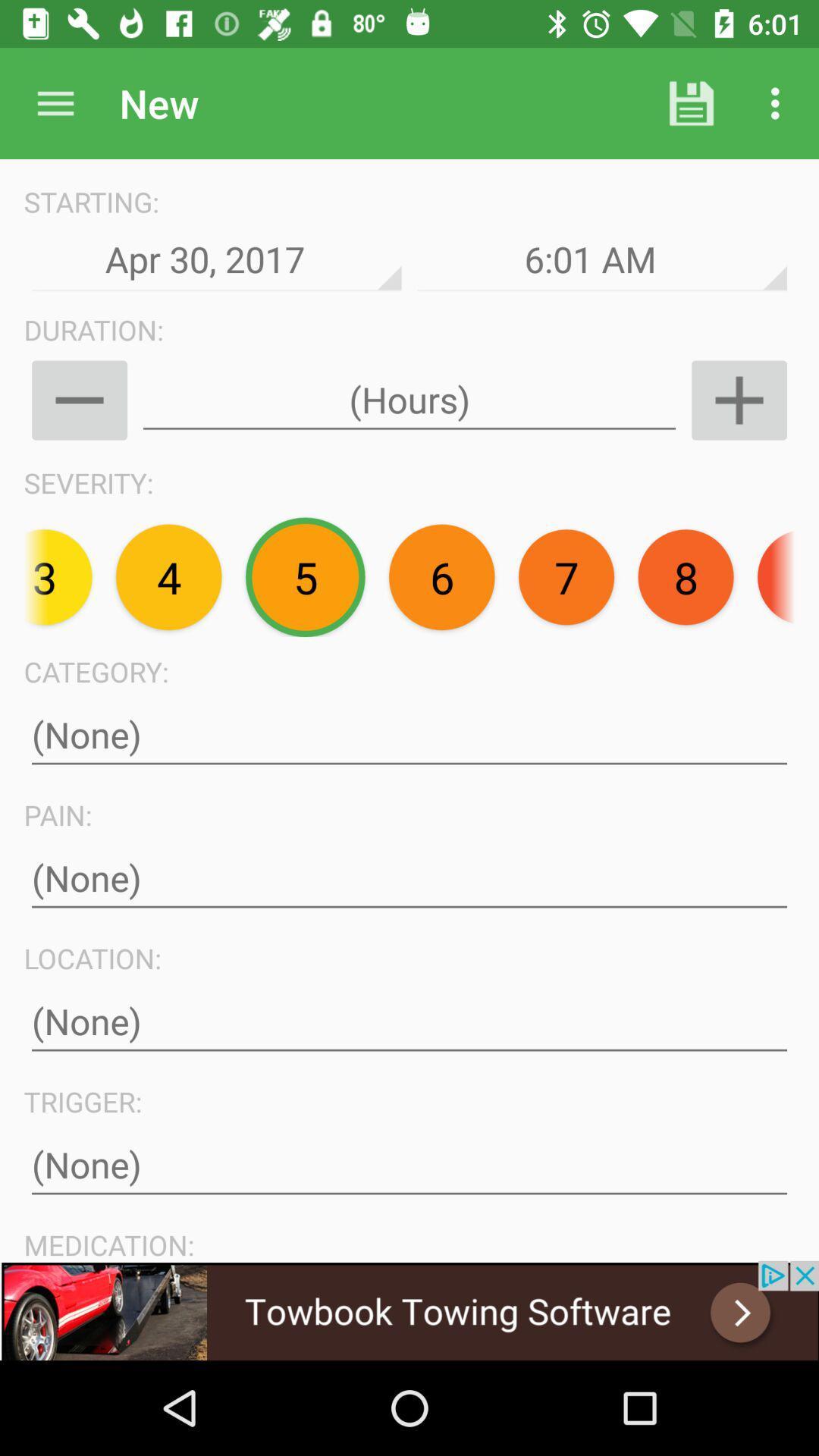 The height and width of the screenshot is (1456, 819). Describe the element at coordinates (409, 1164) in the screenshot. I see `trigger value` at that location.